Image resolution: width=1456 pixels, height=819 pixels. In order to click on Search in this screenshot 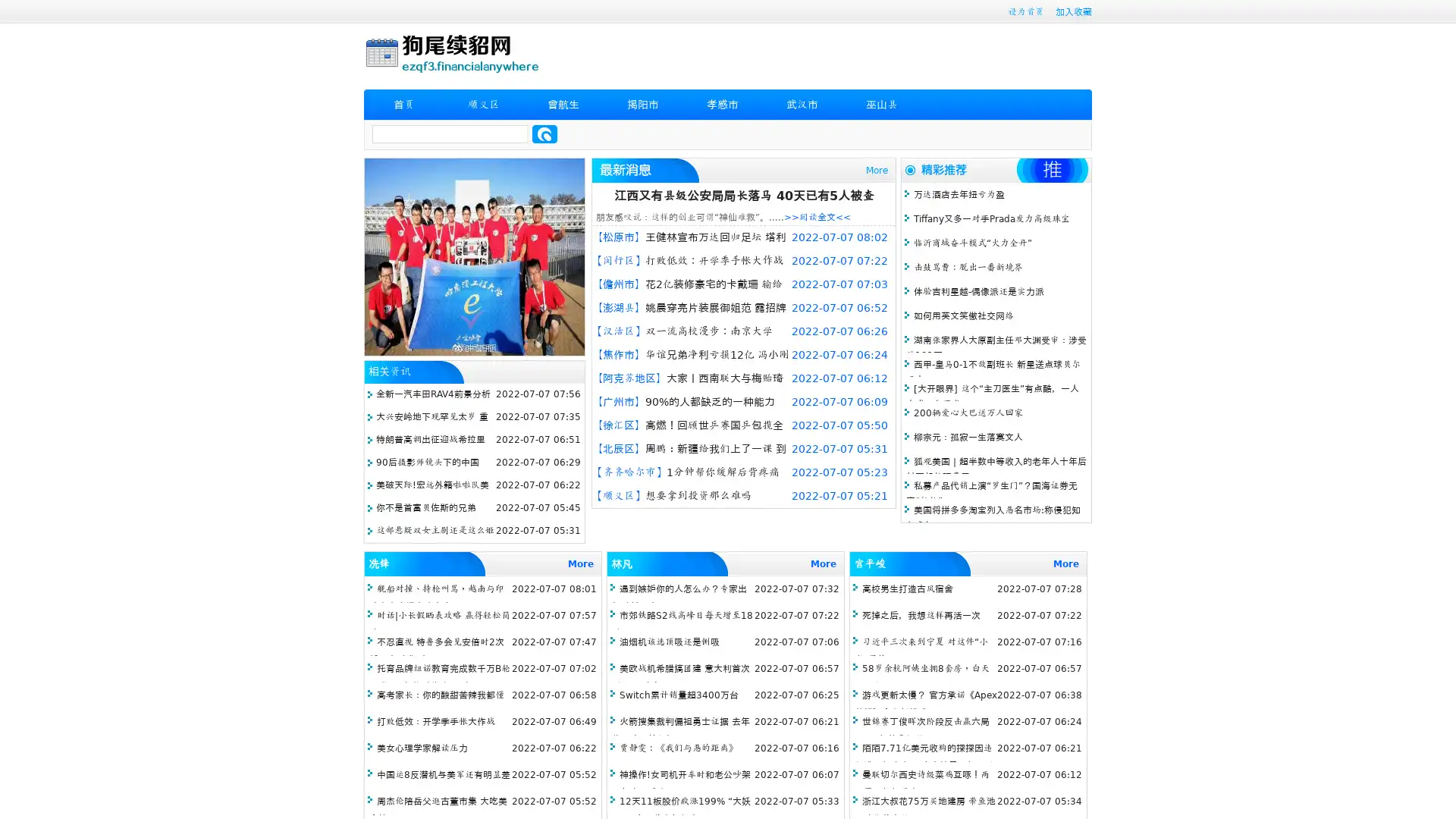, I will do `click(544, 133)`.